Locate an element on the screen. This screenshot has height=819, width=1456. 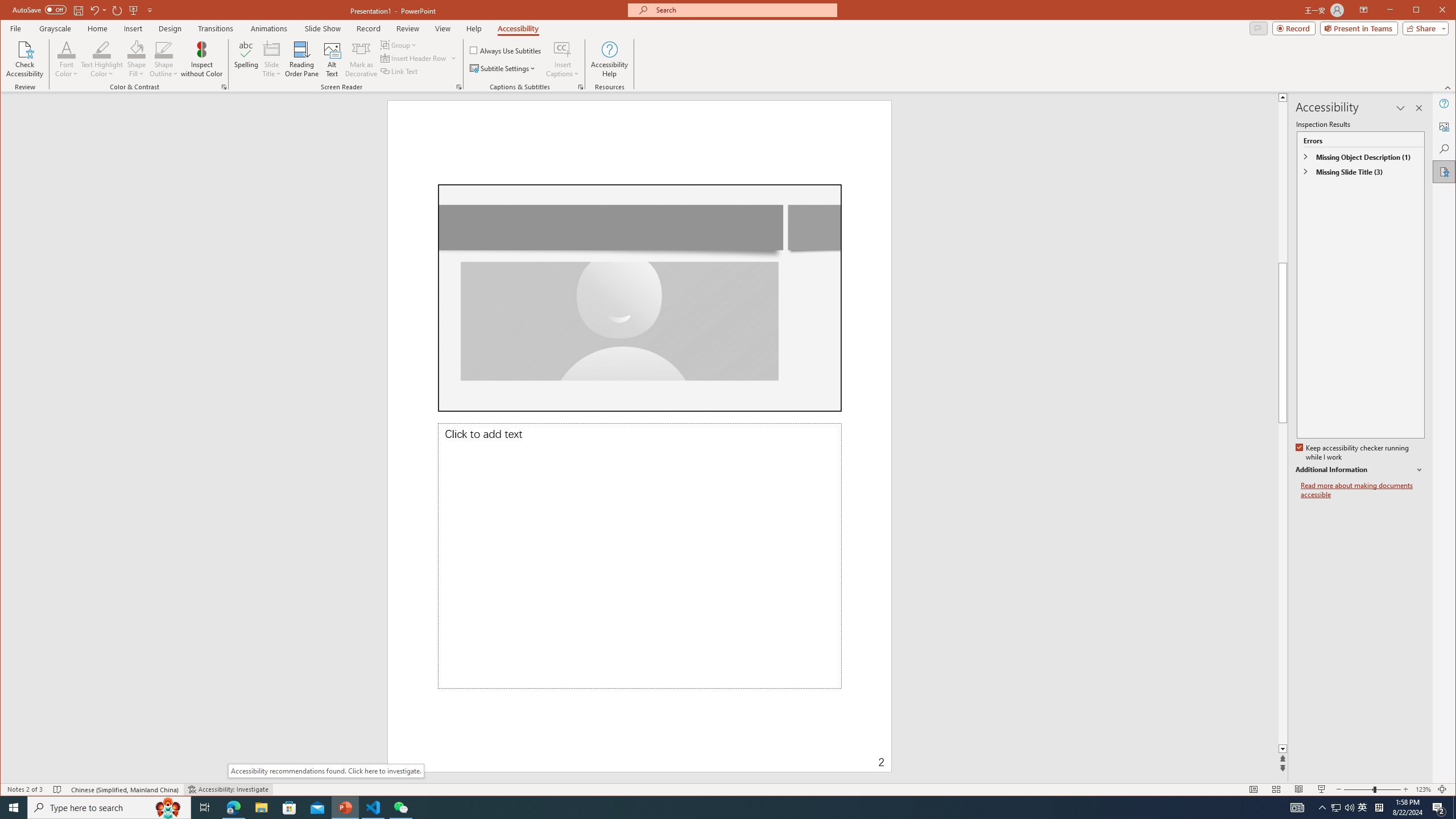
'Always Use Subtitles' is located at coordinates (505, 49).